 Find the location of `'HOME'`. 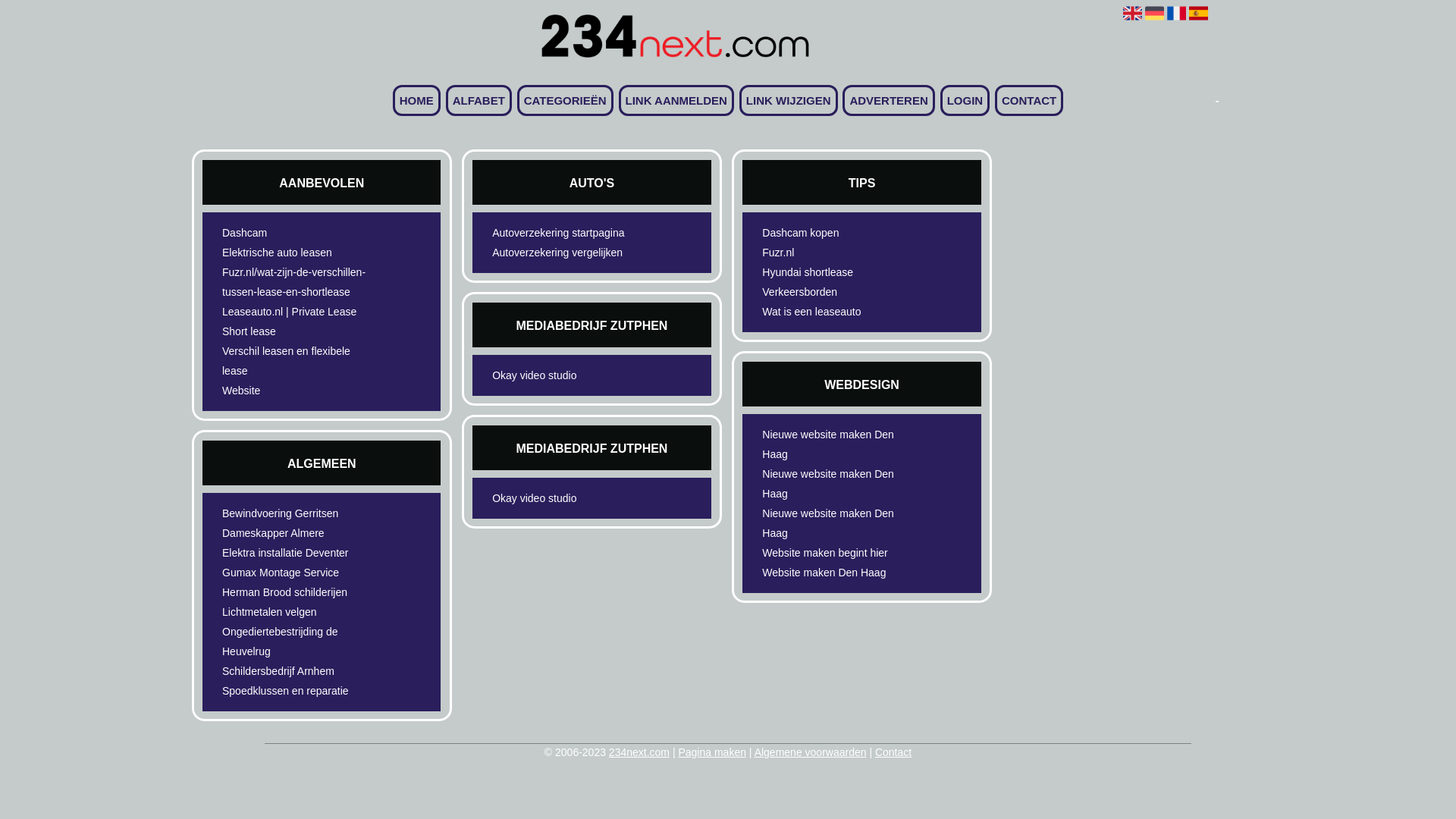

'HOME' is located at coordinates (416, 100).